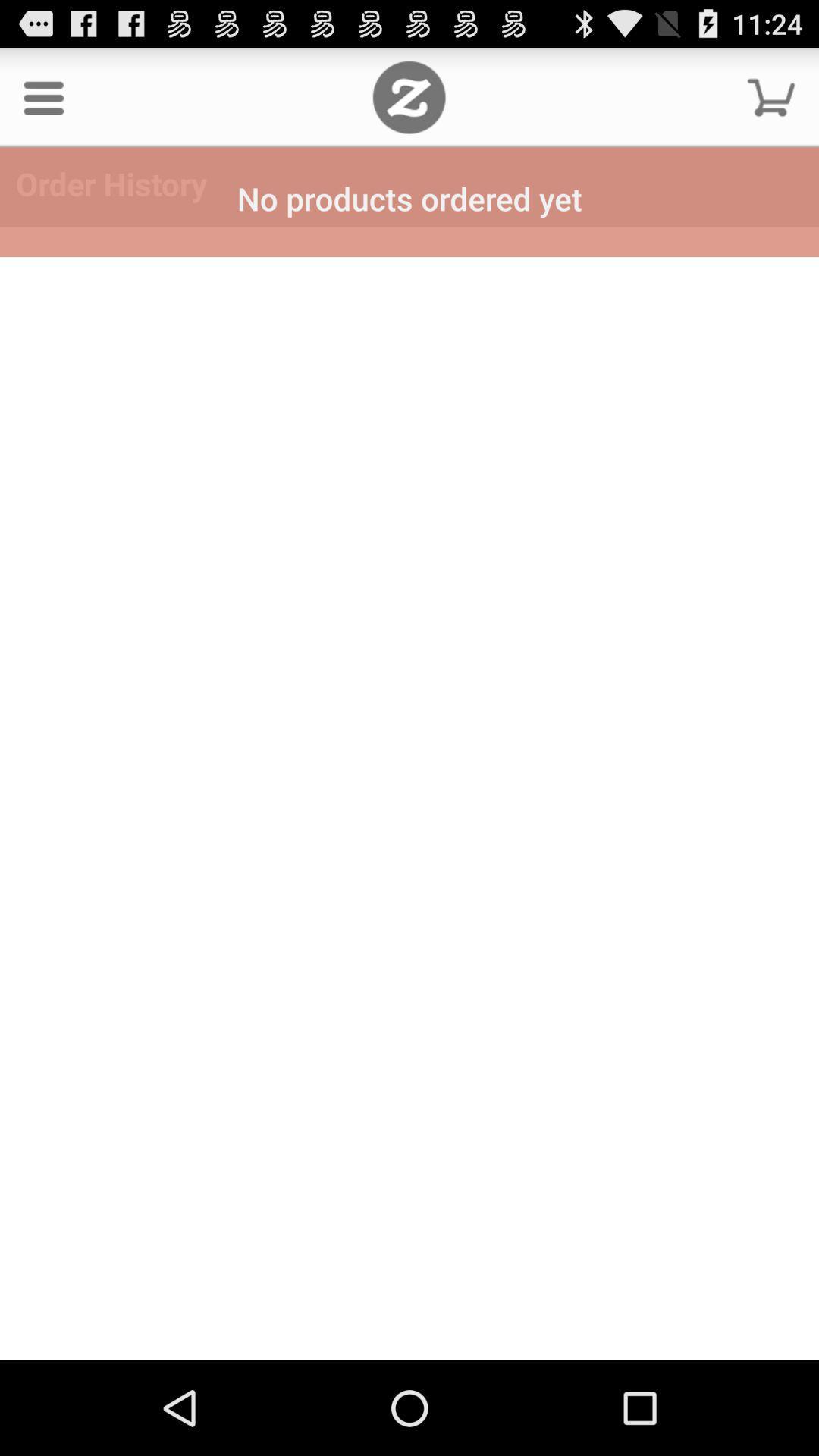 The height and width of the screenshot is (1456, 819). I want to click on the cart icon, so click(771, 103).